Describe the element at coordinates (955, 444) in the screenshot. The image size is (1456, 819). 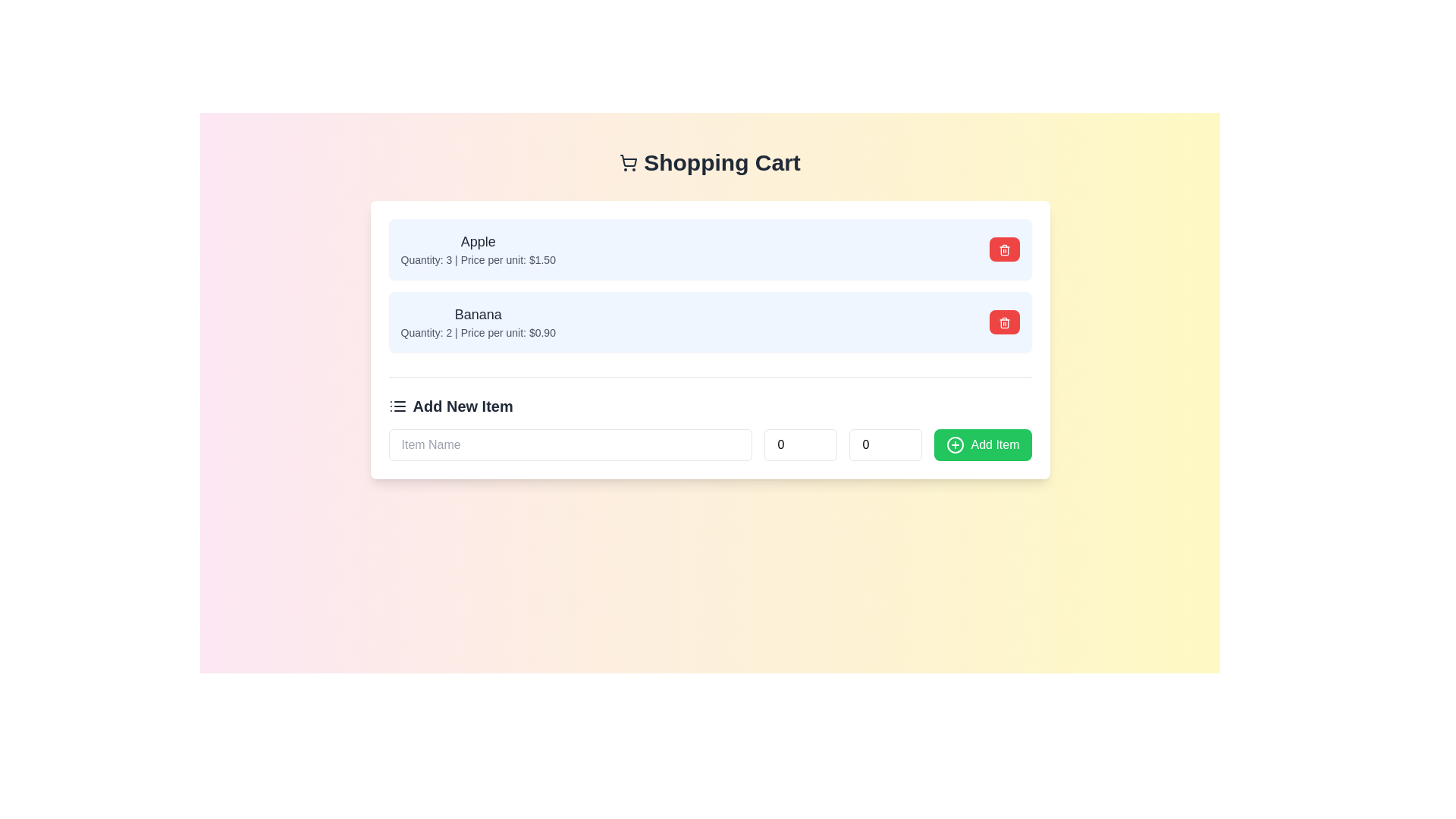
I see `the circular icon with a green background and white plus sign, located at the left of the 'Add Item' button in the bottom-right region of the shopping cart interface under 'Add New Item'` at that location.